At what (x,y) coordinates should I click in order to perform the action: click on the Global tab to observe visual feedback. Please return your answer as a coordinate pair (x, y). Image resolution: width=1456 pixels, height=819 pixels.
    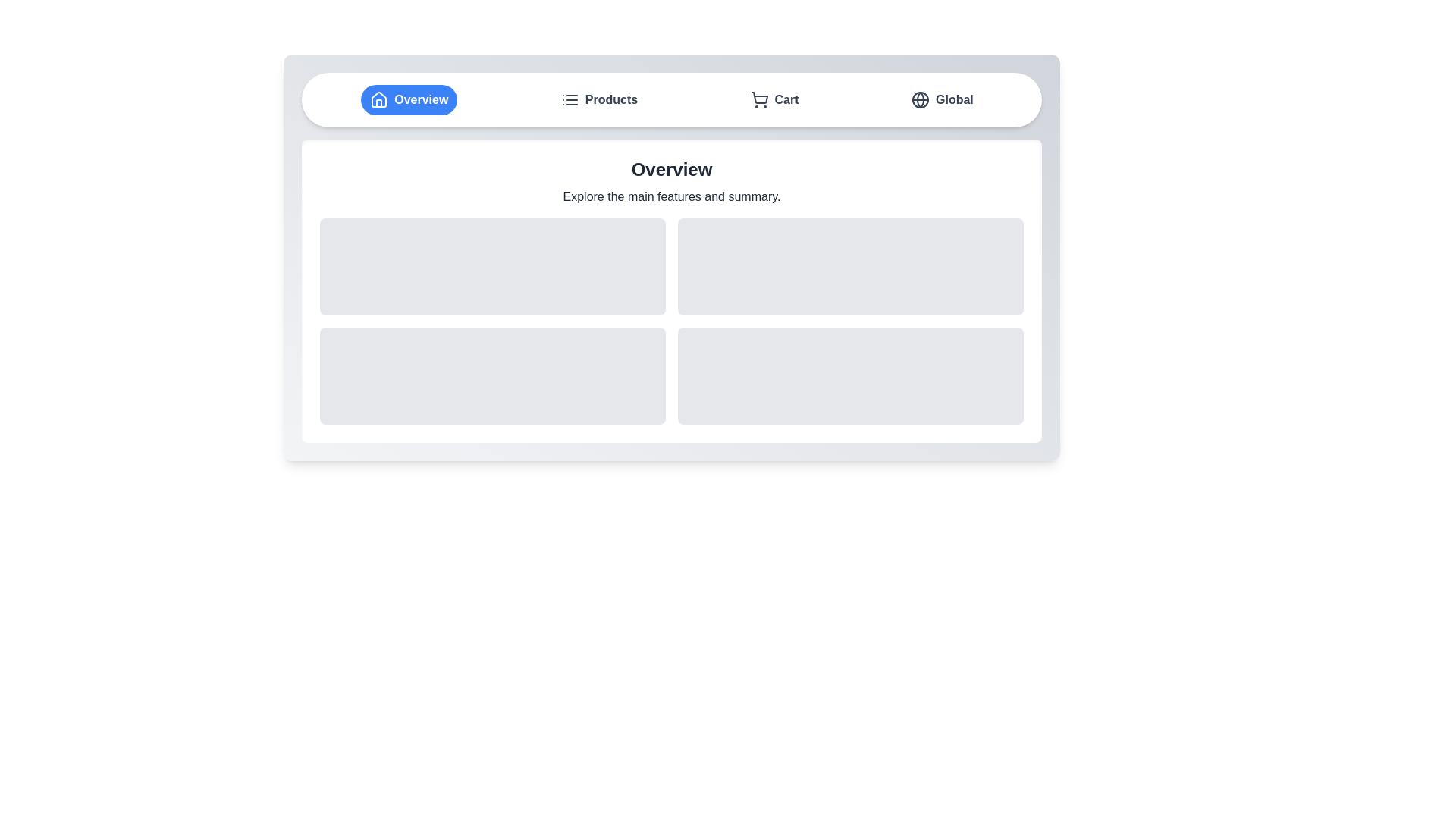
    Looking at the image, I should click on (941, 99).